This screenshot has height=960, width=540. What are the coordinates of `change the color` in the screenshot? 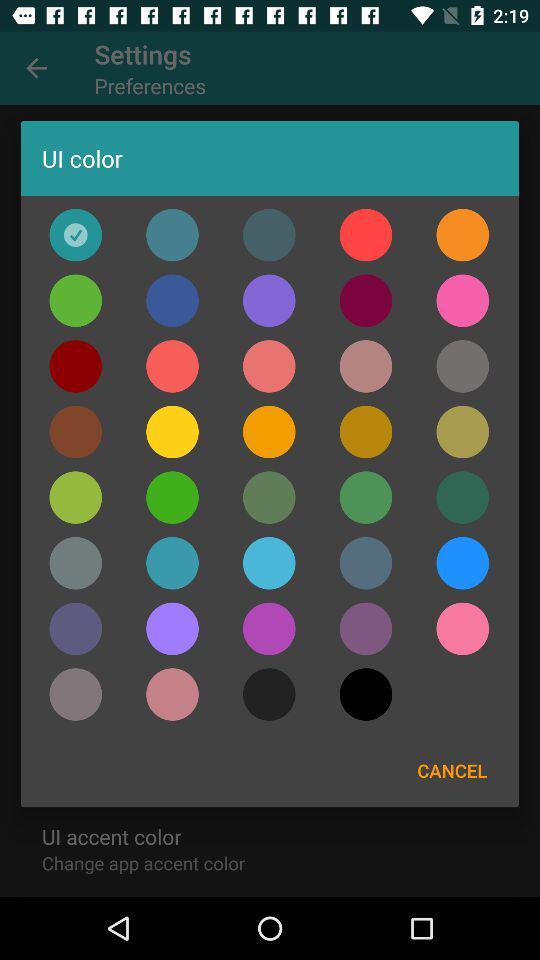 It's located at (365, 365).